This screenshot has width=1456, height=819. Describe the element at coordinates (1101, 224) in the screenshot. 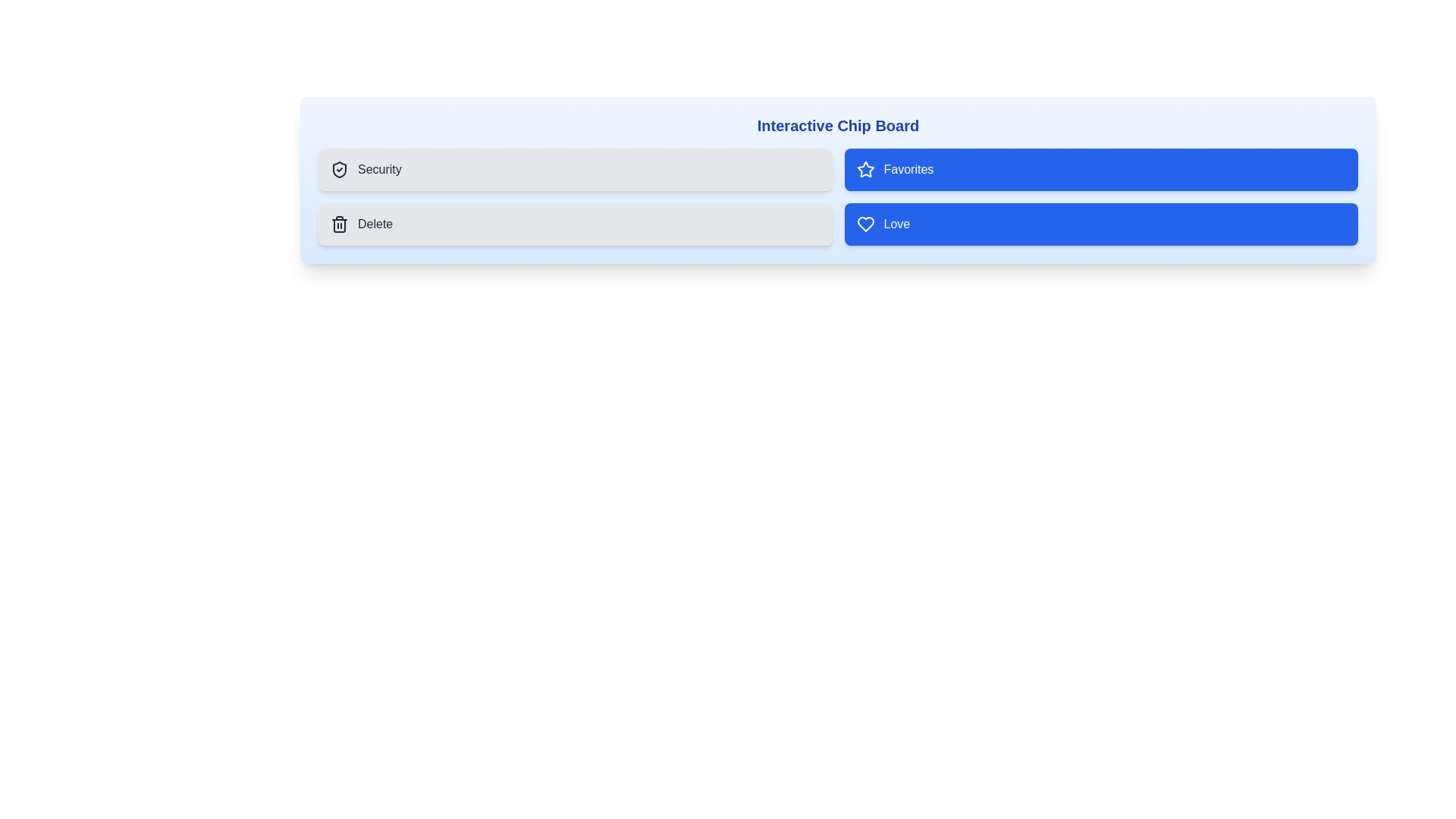

I see `the chip labeled Love to toggle its active state` at that location.